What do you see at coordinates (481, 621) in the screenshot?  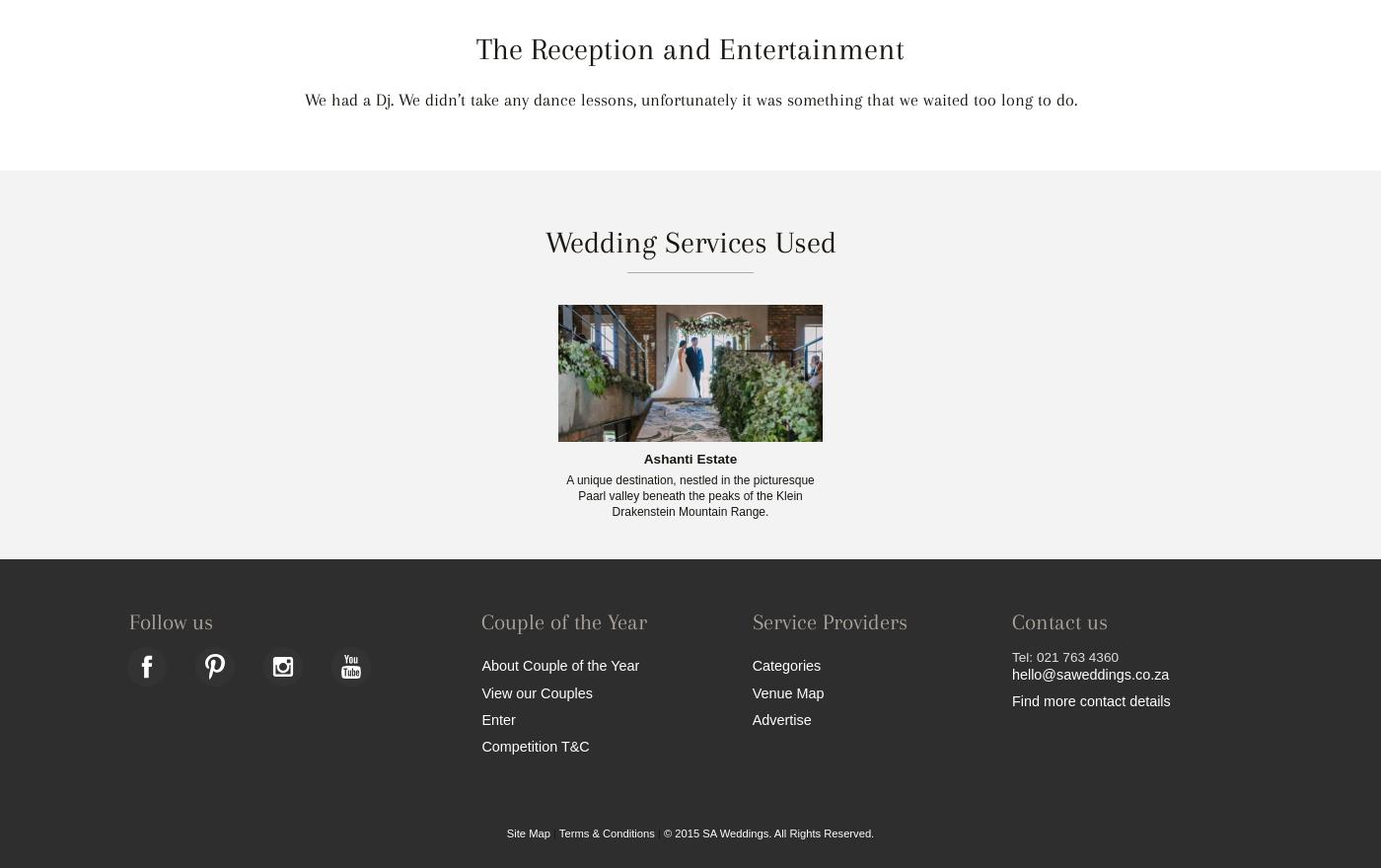 I see `'Couple of the Year'` at bounding box center [481, 621].